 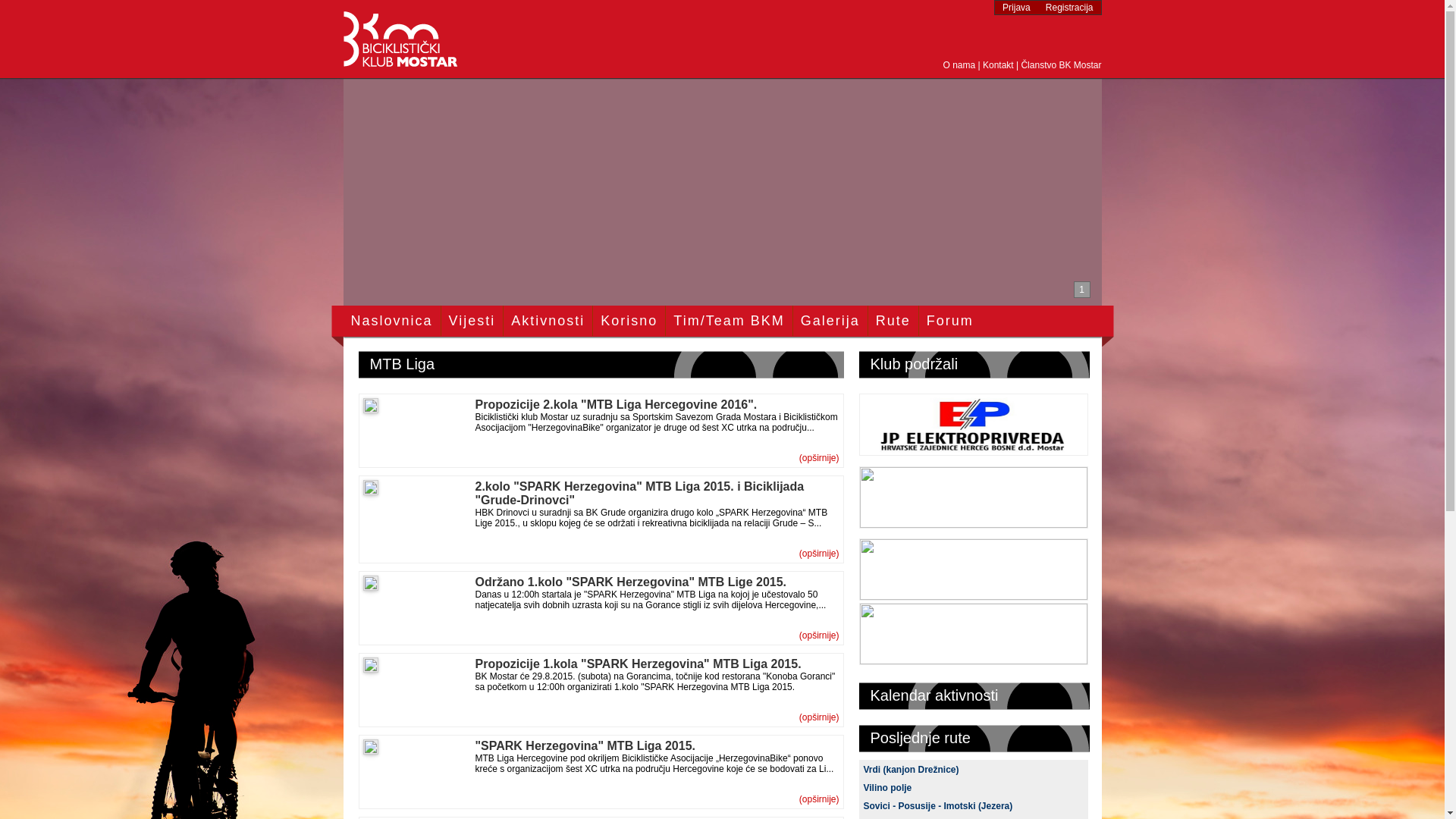 I want to click on 'EPHZHB', so click(x=972, y=450).